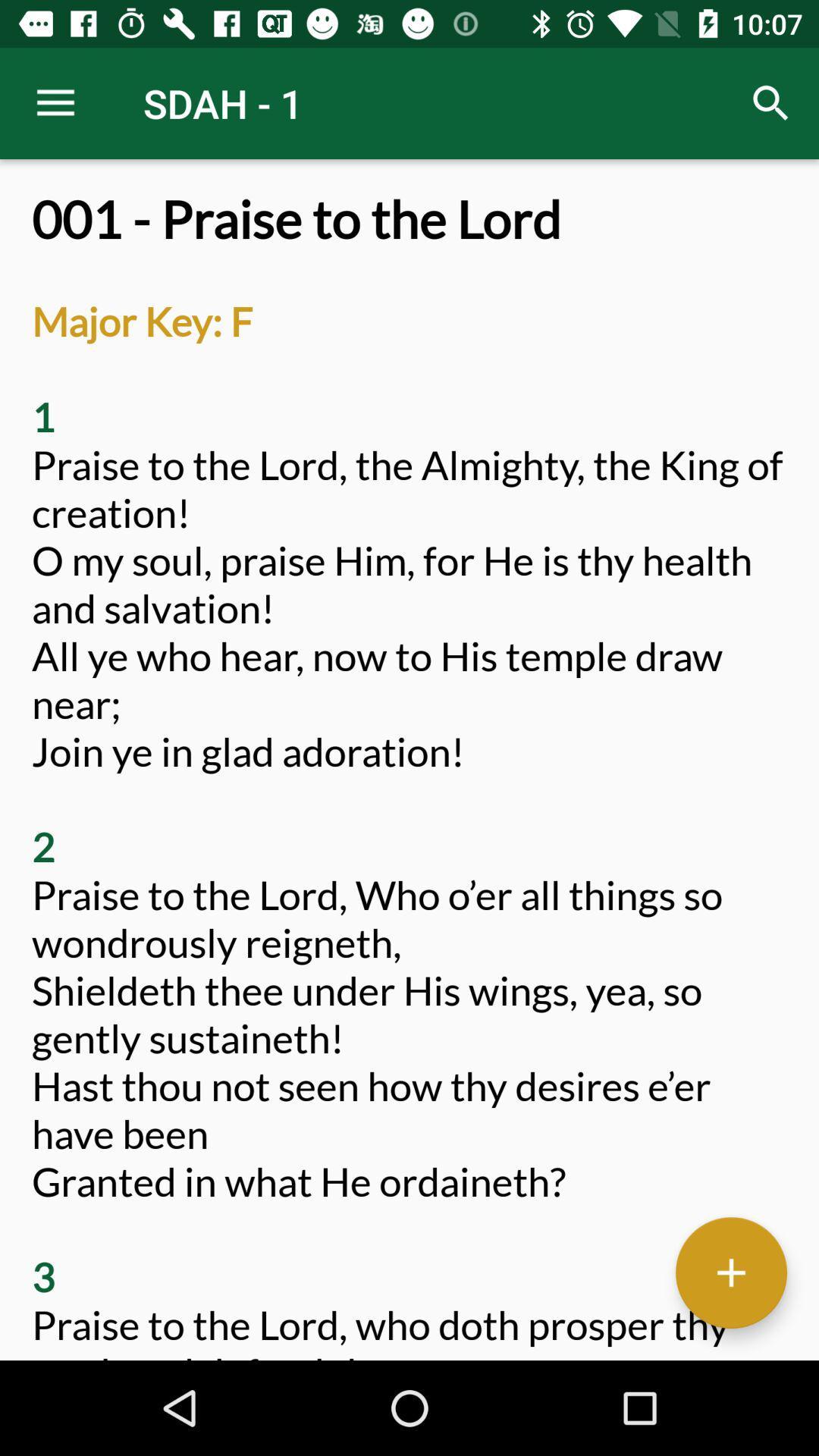 Image resolution: width=819 pixels, height=1456 pixels. Describe the element at coordinates (771, 102) in the screenshot. I see `item at the top right corner` at that location.